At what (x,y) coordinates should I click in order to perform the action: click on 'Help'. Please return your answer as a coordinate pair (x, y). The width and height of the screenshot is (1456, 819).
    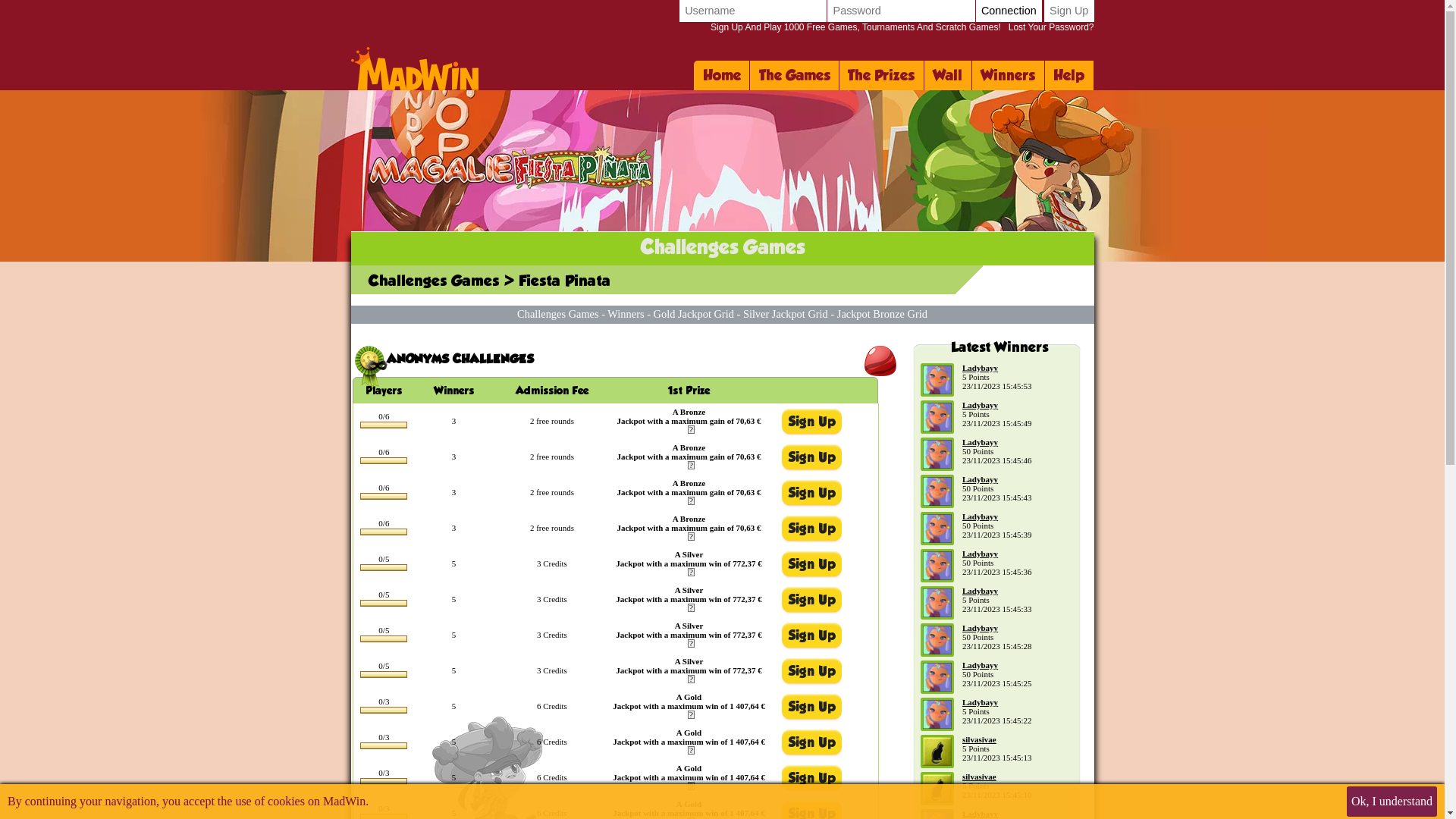
    Looking at the image, I should click on (1068, 75).